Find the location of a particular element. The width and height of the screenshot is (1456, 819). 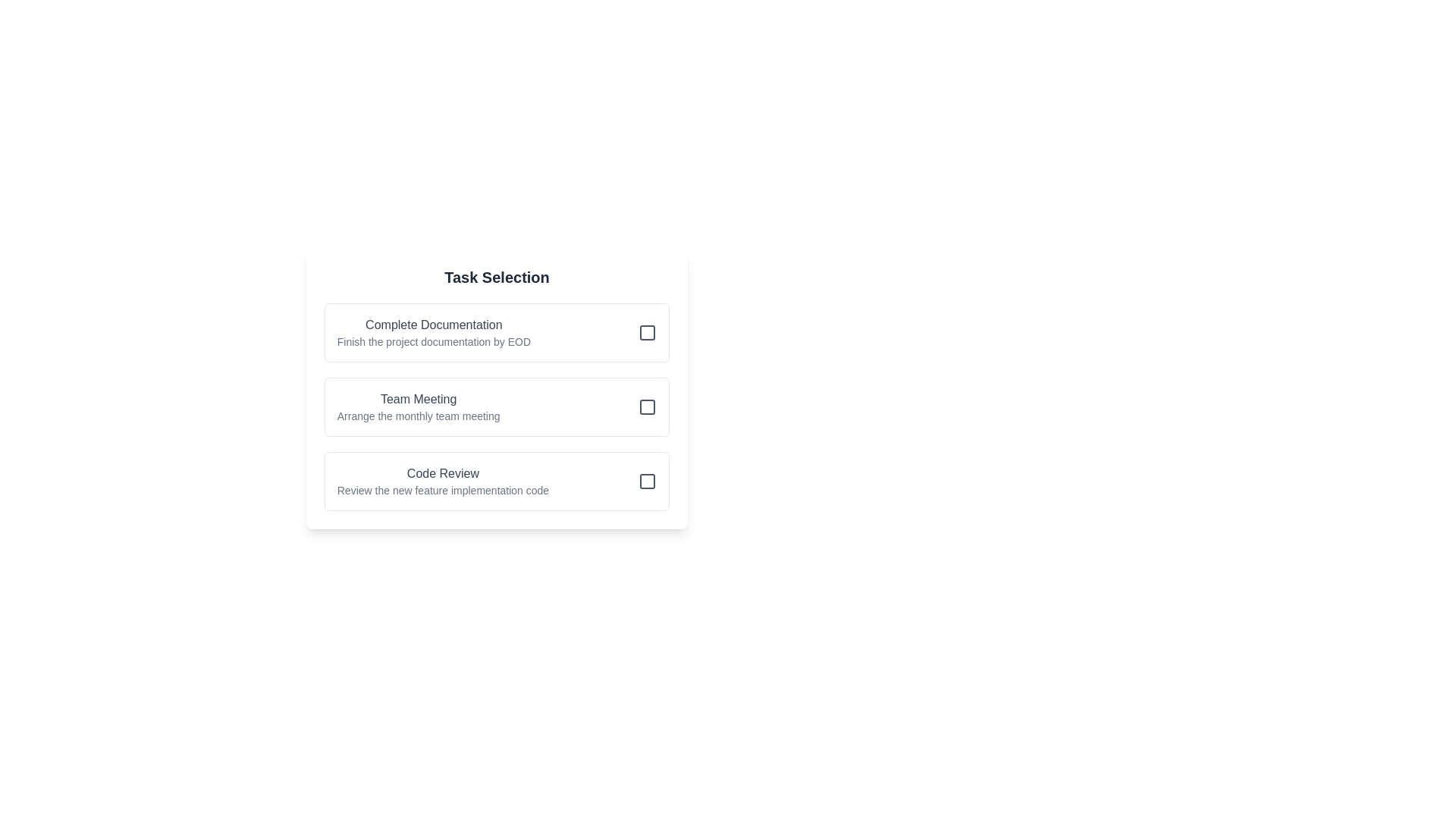

the second list item titled 'Team Meeting' is located at coordinates (497, 406).